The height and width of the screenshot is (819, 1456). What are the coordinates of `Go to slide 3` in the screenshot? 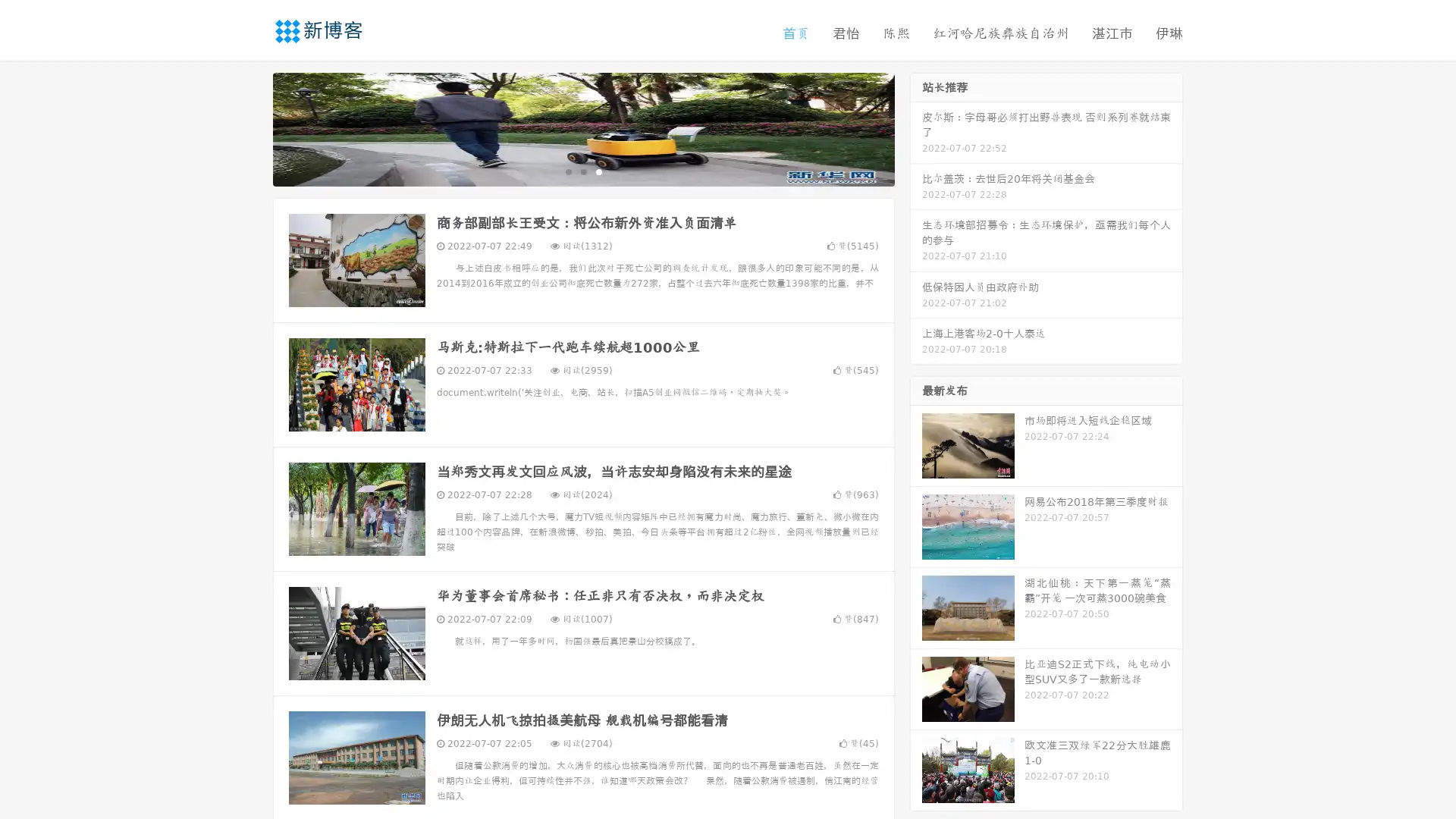 It's located at (598, 171).